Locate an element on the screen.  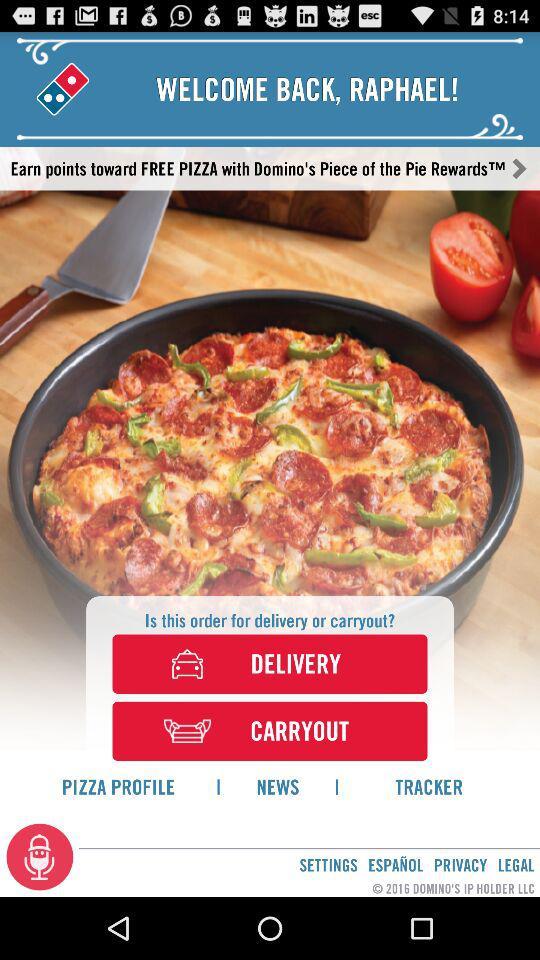
icon to the left of the settings icon is located at coordinates (40, 855).